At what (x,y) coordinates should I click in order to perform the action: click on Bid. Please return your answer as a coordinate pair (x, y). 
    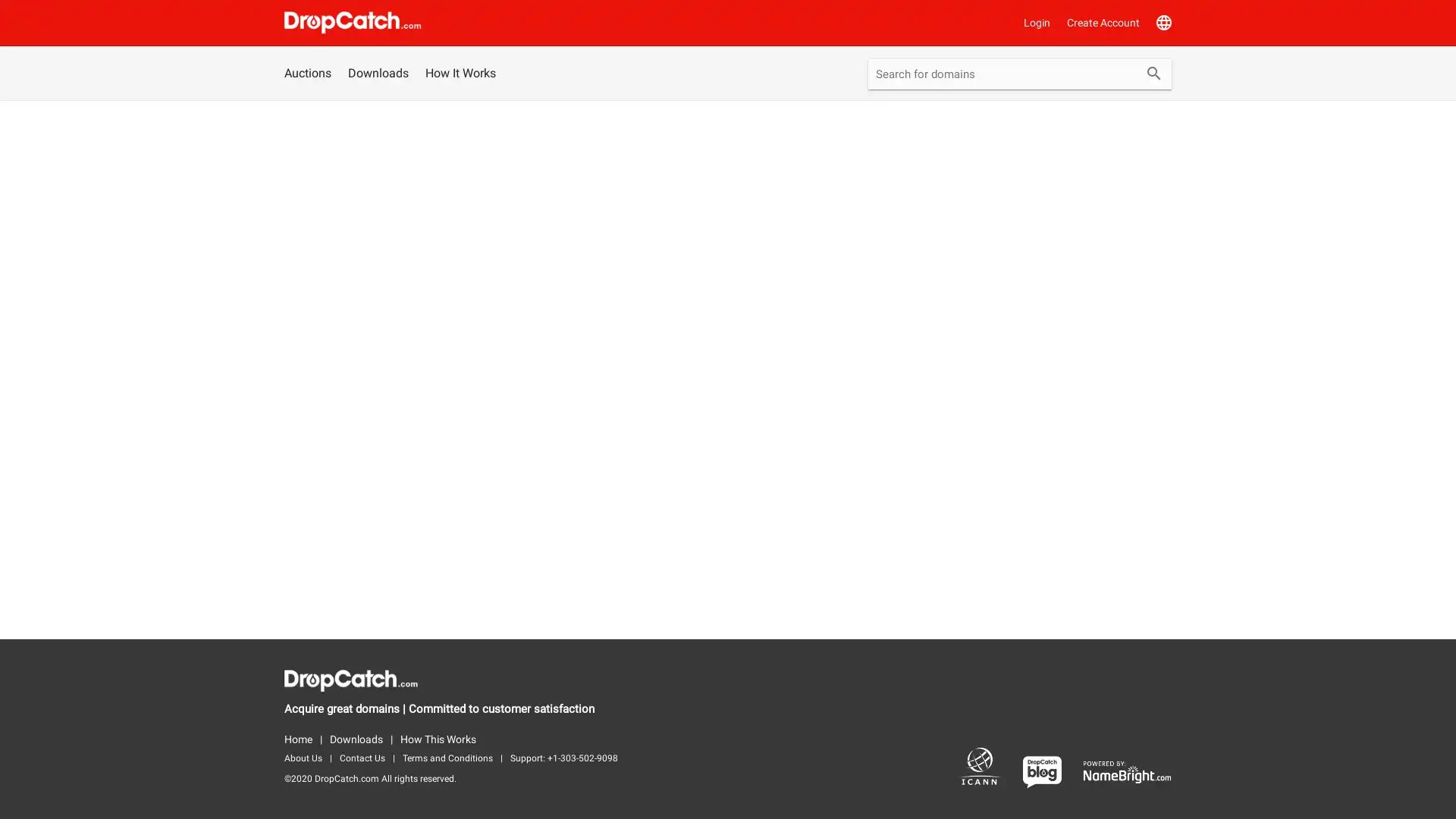
    Looking at the image, I should click on (1139, 657).